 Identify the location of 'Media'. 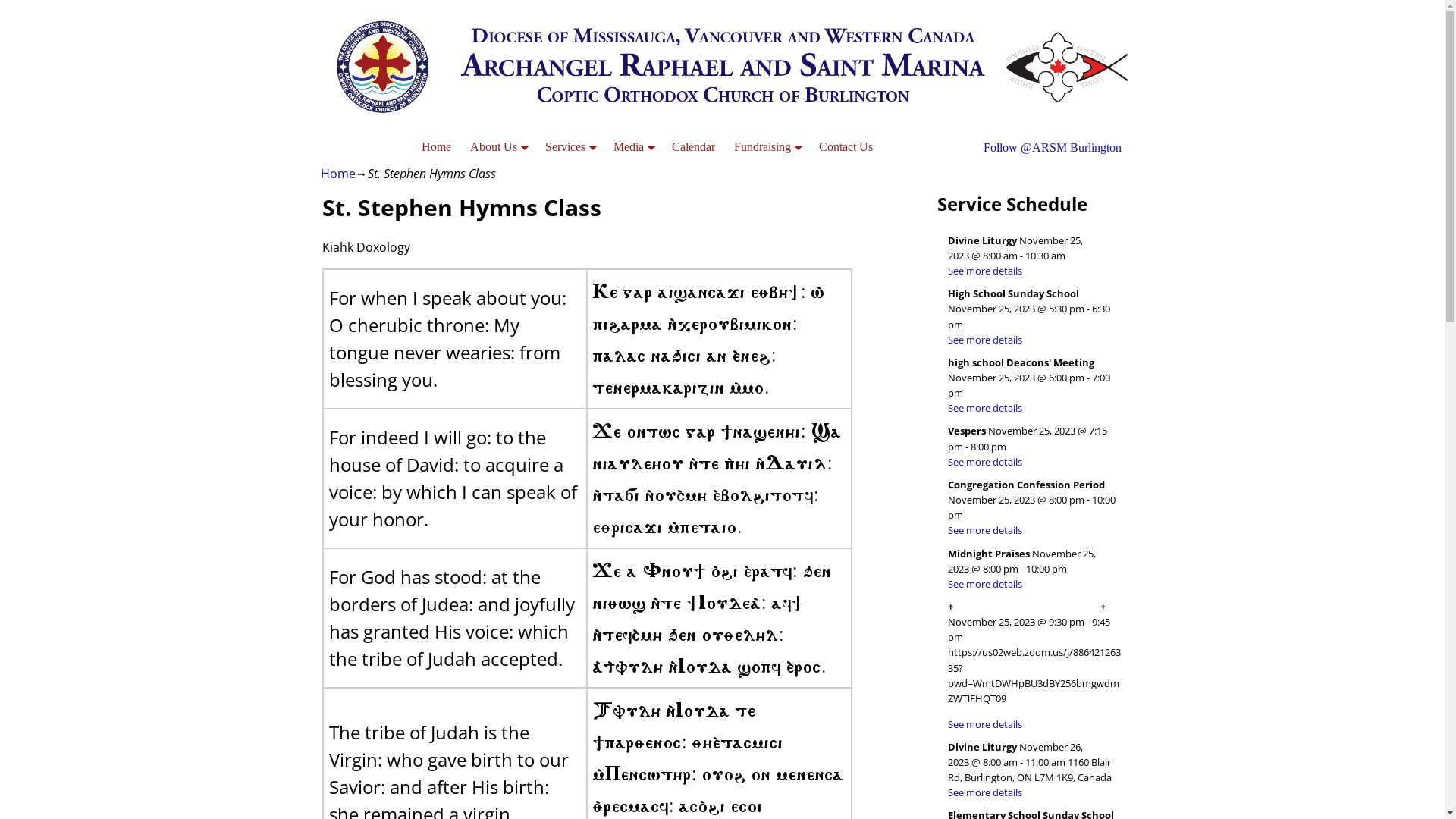
(633, 147).